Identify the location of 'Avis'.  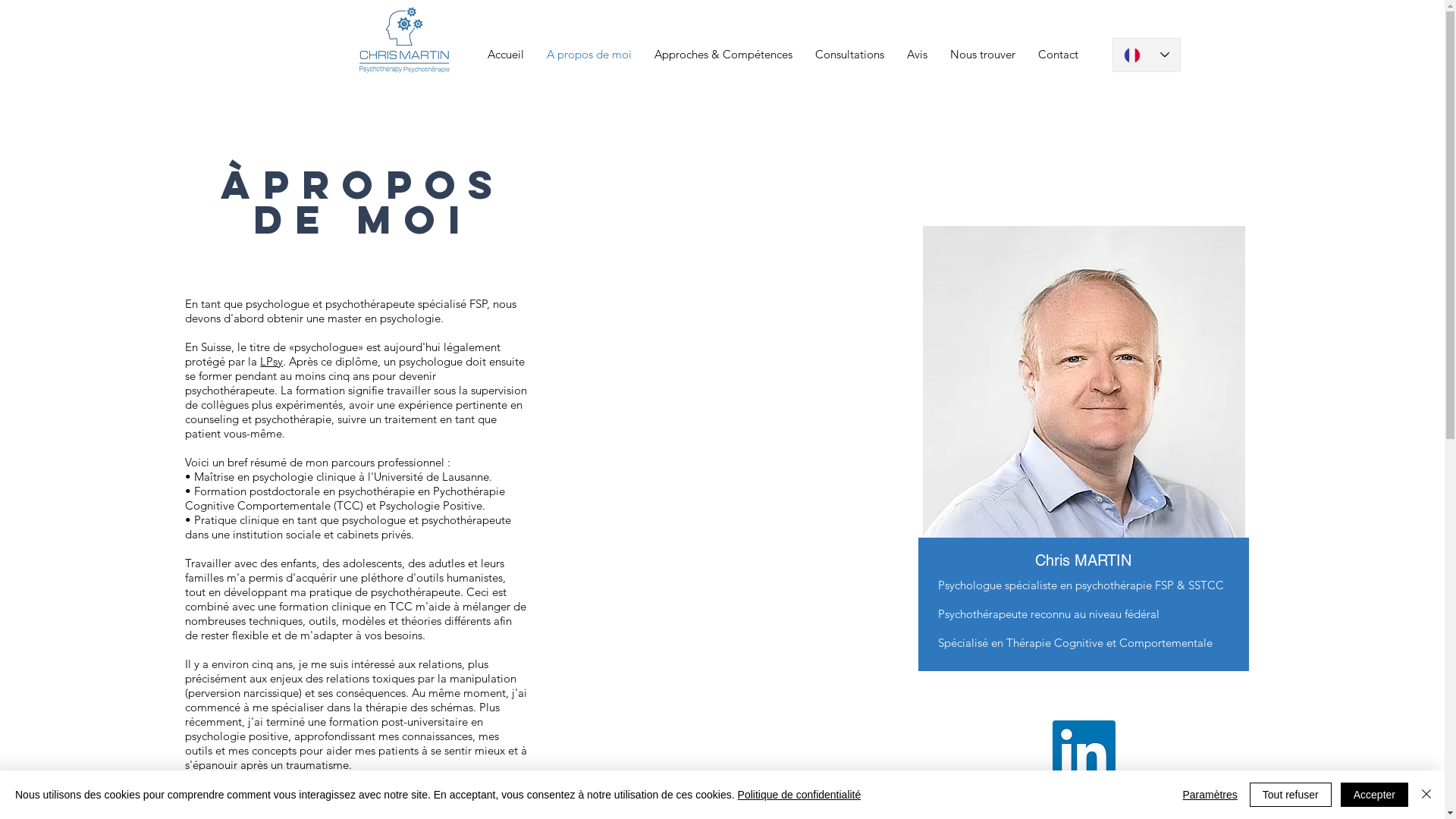
(915, 54).